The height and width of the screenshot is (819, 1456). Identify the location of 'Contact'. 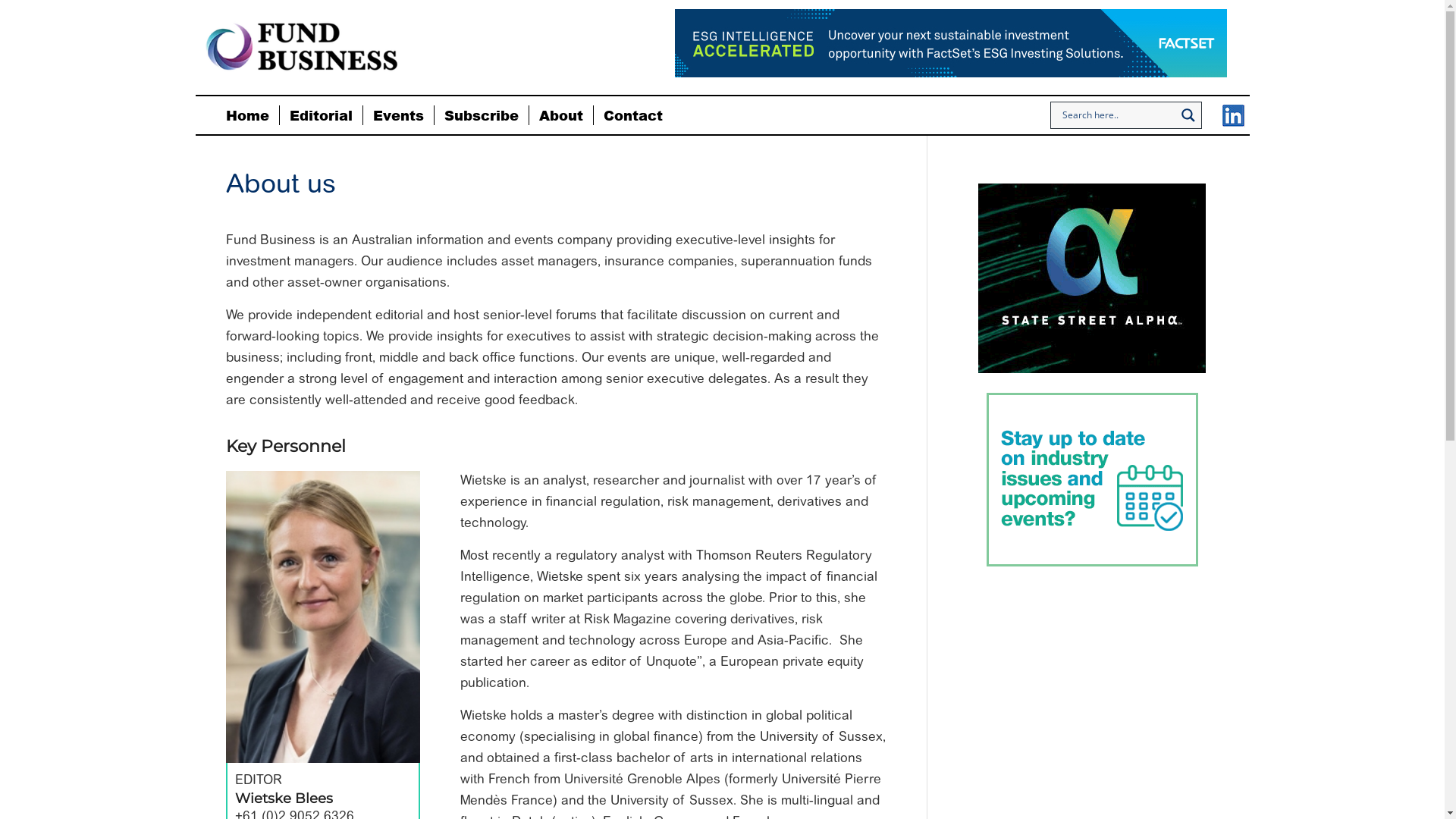
(592, 114).